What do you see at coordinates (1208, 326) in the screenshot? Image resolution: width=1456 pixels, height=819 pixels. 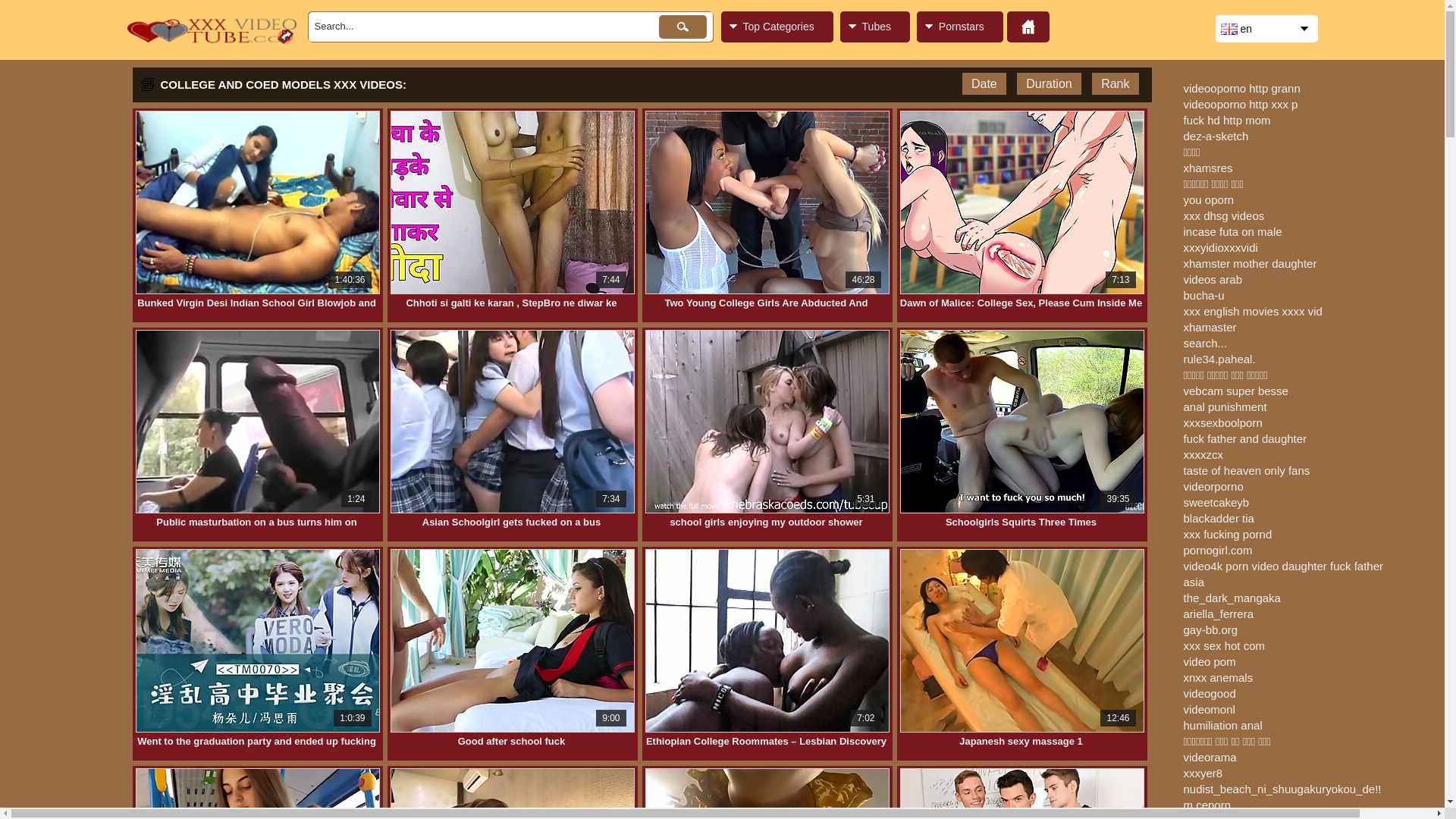 I see `'xhamaster'` at bounding box center [1208, 326].